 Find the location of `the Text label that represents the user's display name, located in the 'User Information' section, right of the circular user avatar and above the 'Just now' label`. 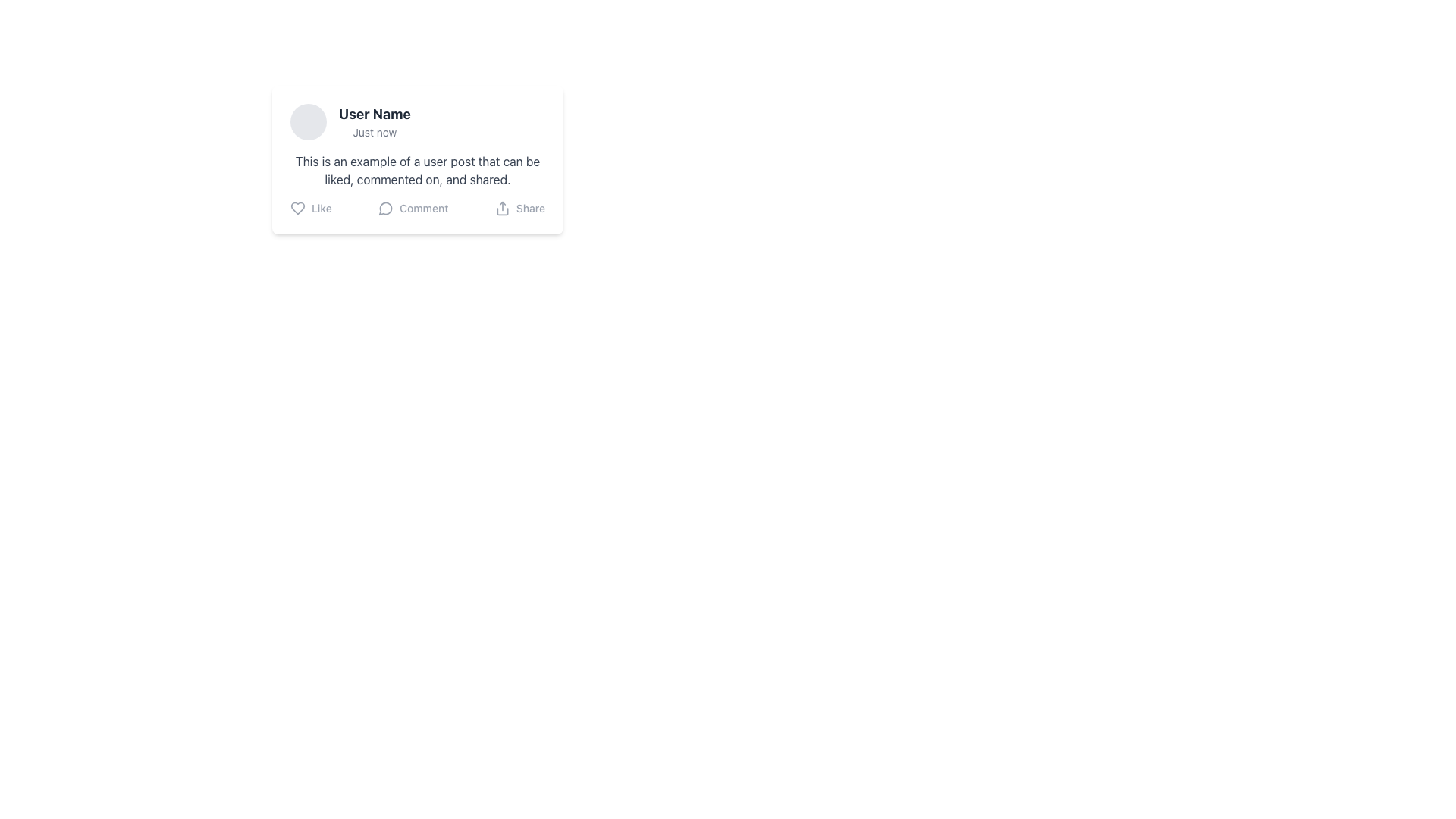

the Text label that represents the user's display name, located in the 'User Information' section, right of the circular user avatar and above the 'Just now' label is located at coordinates (375, 113).